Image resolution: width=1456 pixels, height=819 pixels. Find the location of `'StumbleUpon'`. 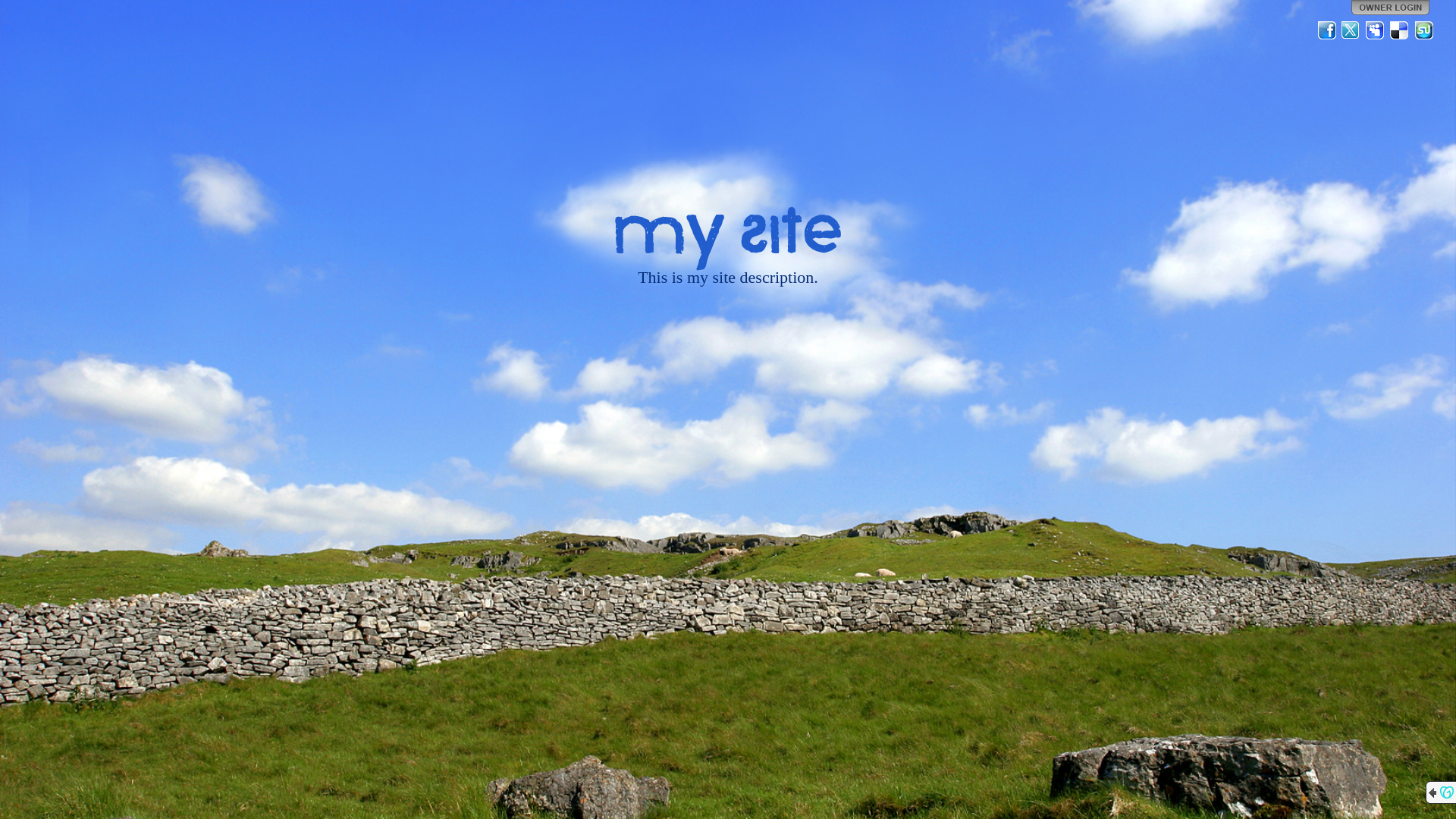

'StumbleUpon' is located at coordinates (1423, 30).